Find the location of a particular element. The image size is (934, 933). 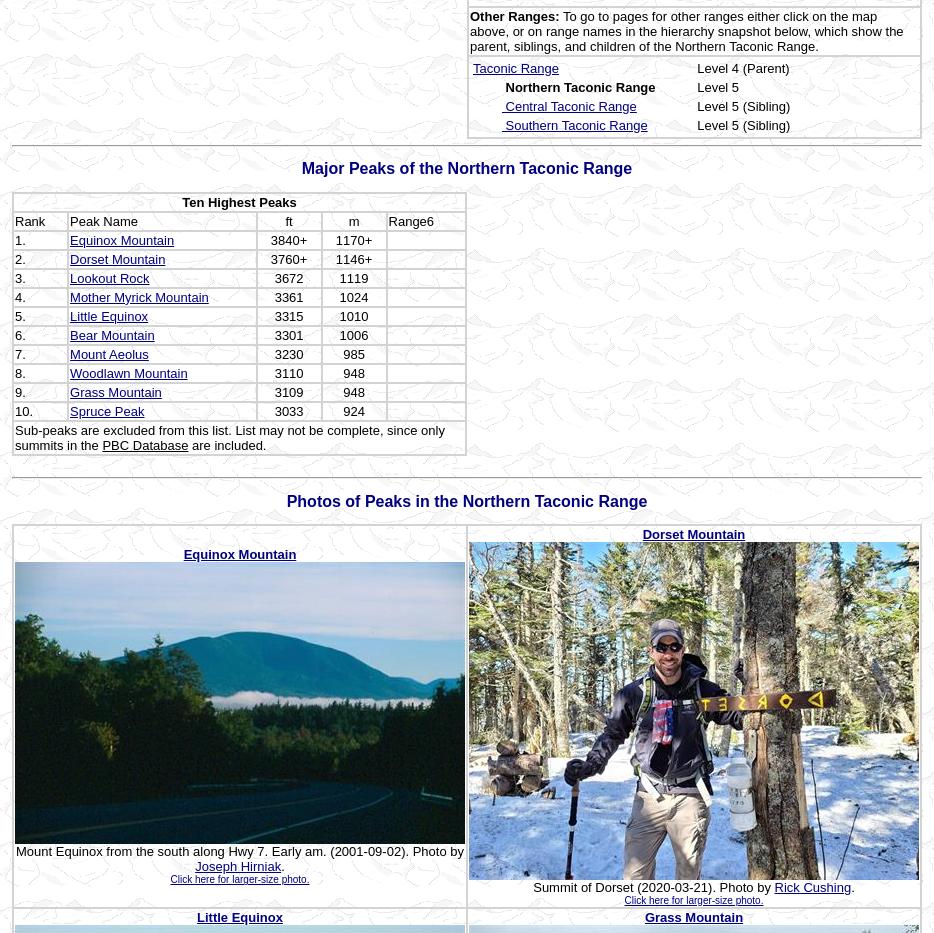

'Rick Cushing' is located at coordinates (812, 886).